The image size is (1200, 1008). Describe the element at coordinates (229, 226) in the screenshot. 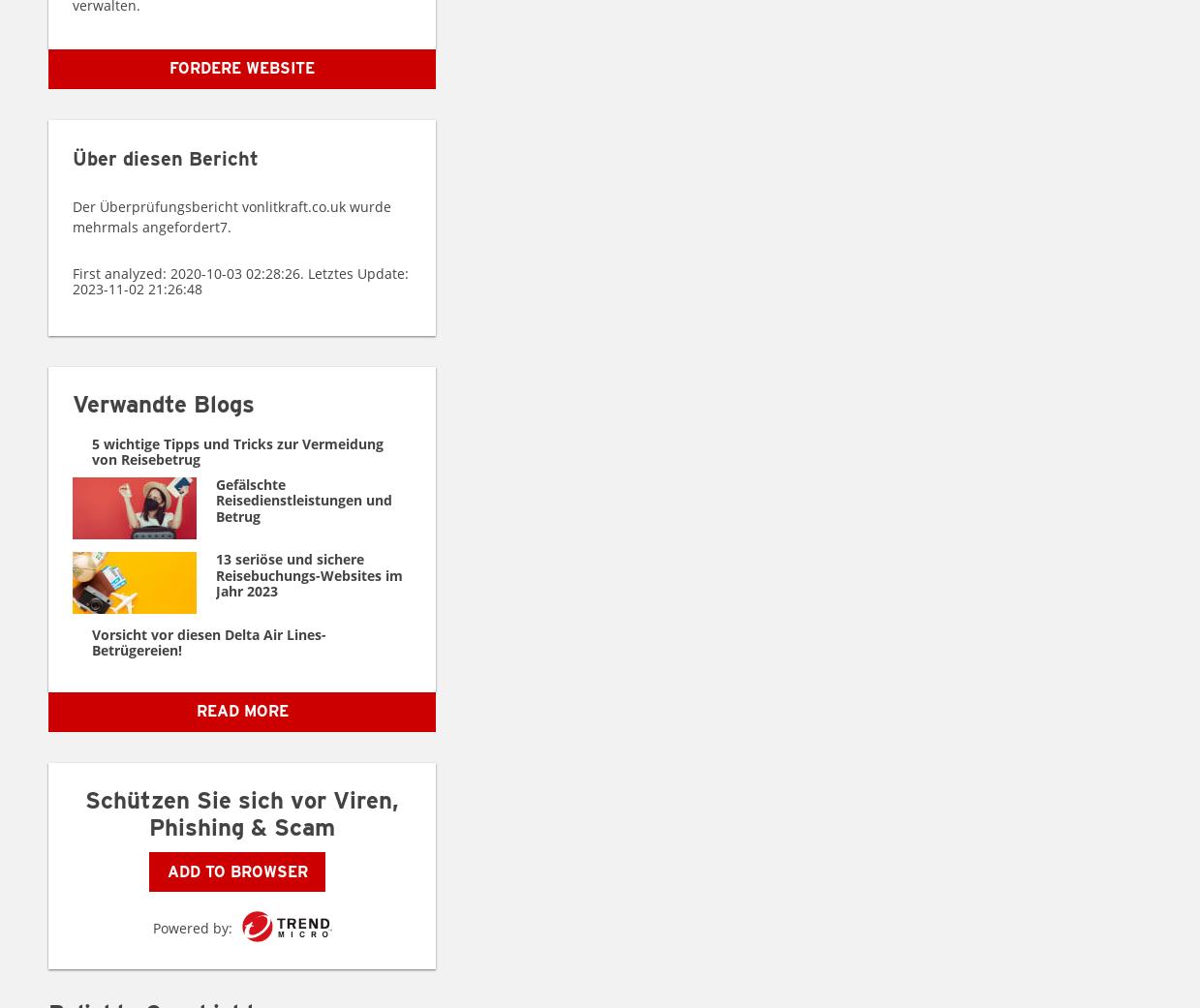

I see `'.'` at that location.